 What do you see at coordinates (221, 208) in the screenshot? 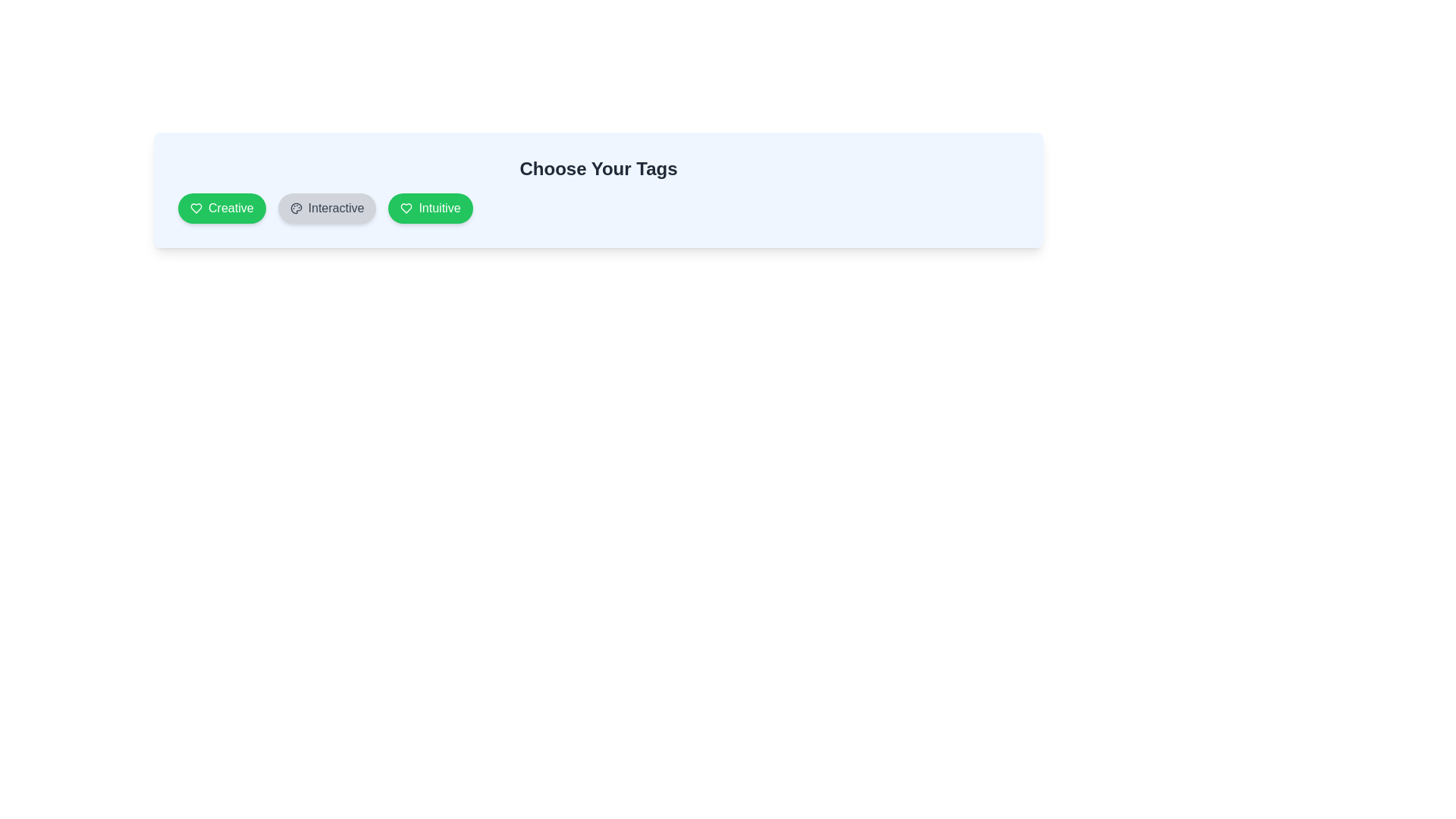
I see `the tag Creative` at bounding box center [221, 208].